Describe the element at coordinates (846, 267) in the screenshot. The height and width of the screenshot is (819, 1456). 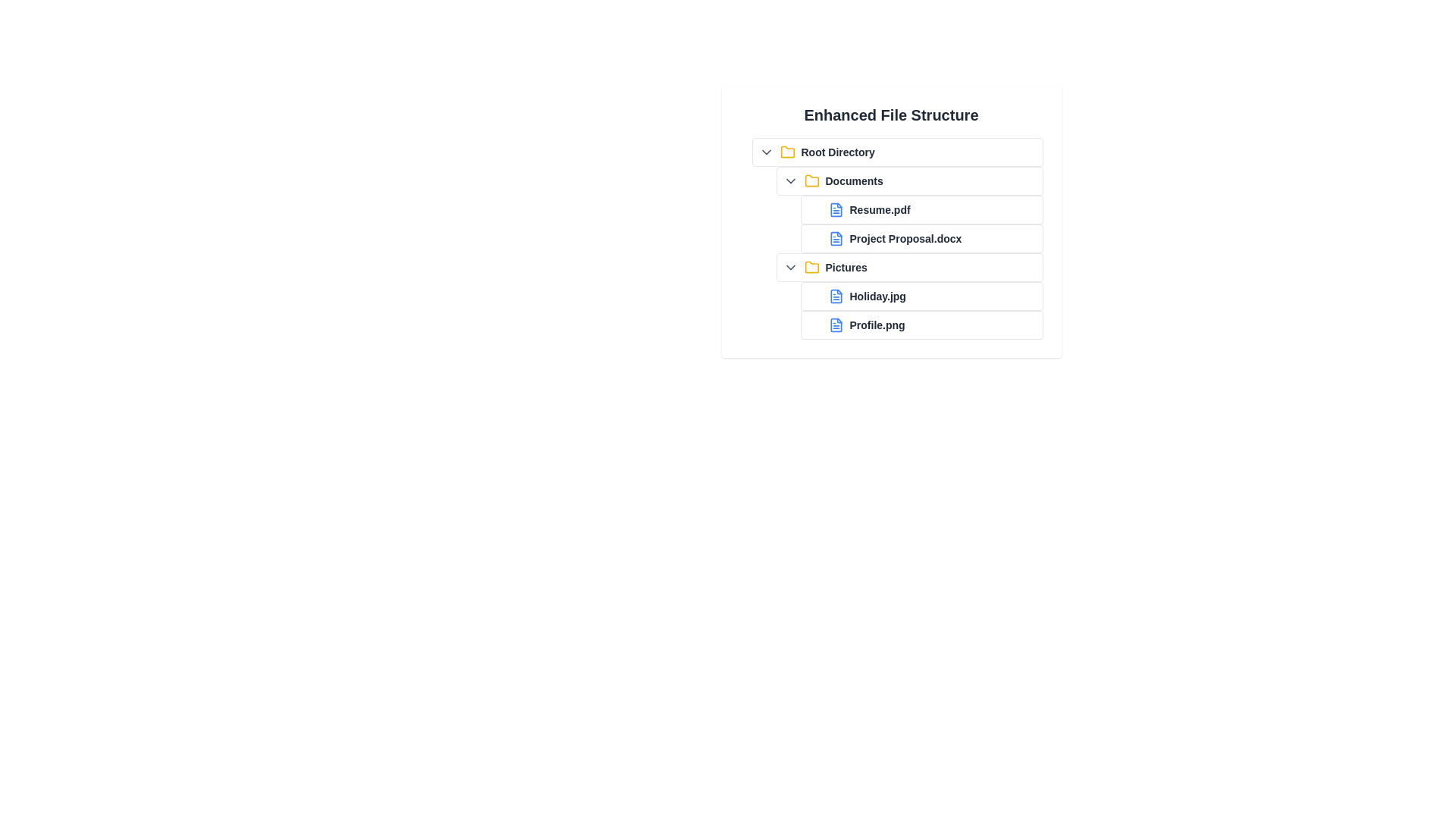
I see `the text label representing the 'Pictures' folder located beneath 'Resume.pdf' and 'Project Proposal.docx'` at that location.